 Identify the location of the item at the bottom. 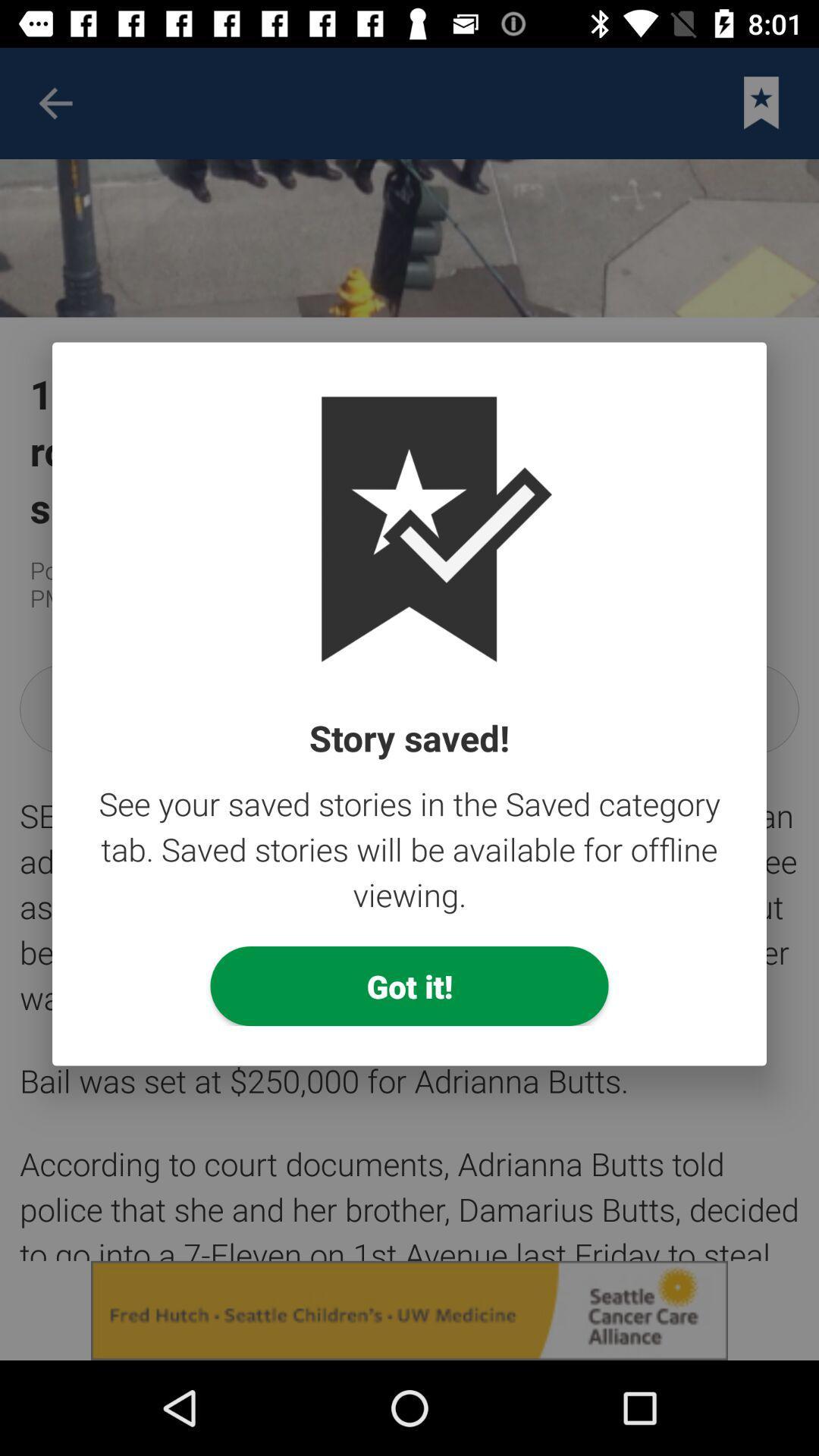
(409, 986).